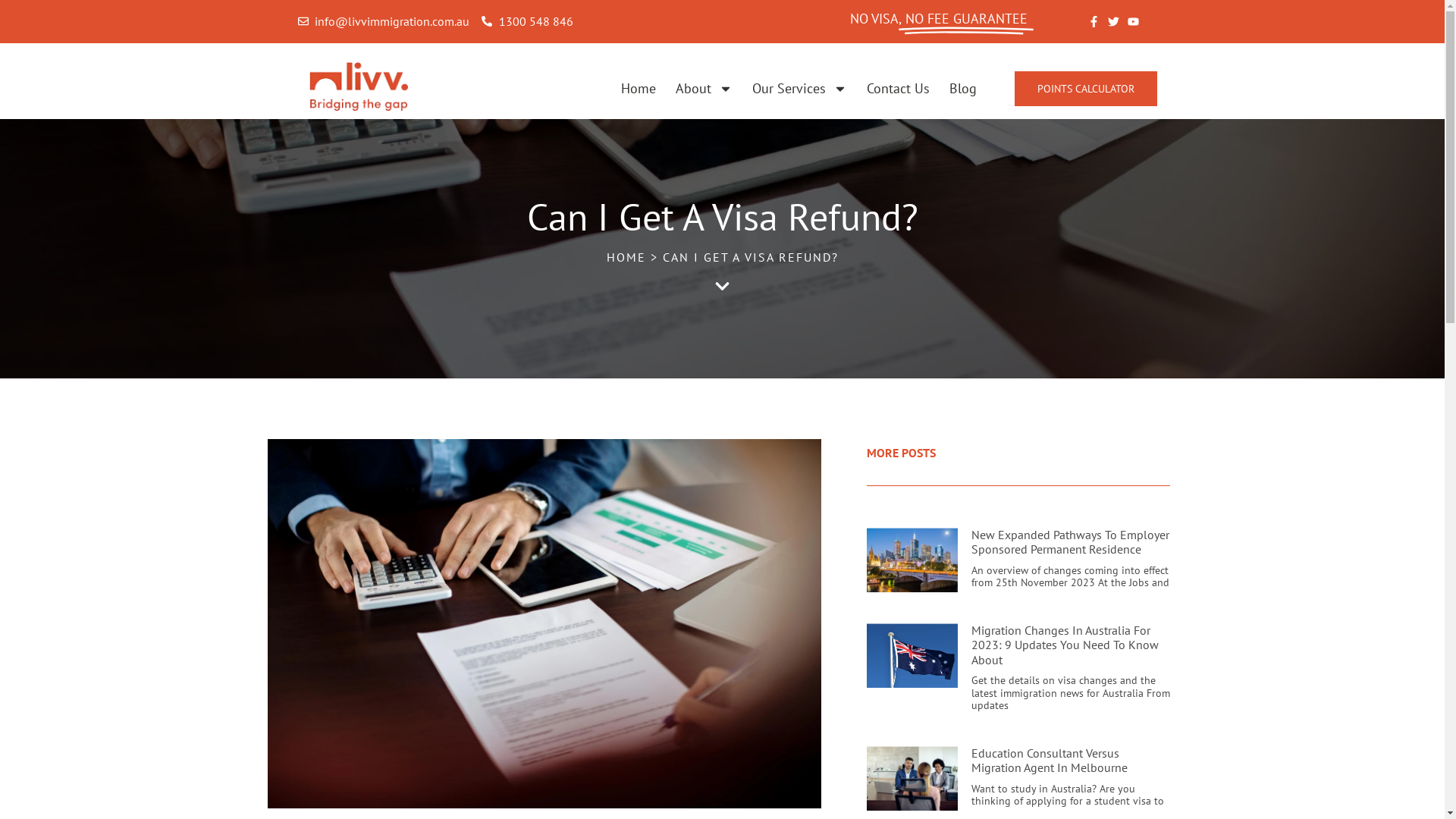  What do you see at coordinates (383, 22) in the screenshot?
I see `'info@livvimmigration.com.au'` at bounding box center [383, 22].